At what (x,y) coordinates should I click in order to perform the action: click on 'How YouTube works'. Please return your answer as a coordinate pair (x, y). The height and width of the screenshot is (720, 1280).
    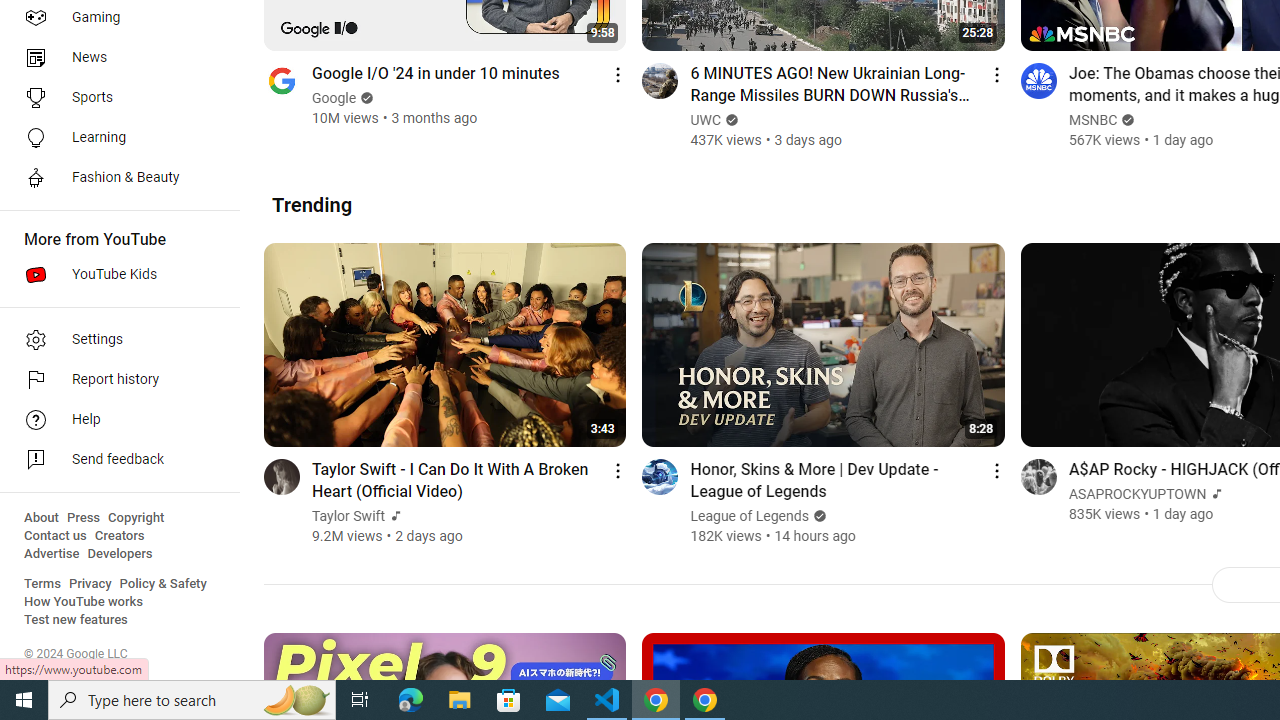
    Looking at the image, I should click on (82, 601).